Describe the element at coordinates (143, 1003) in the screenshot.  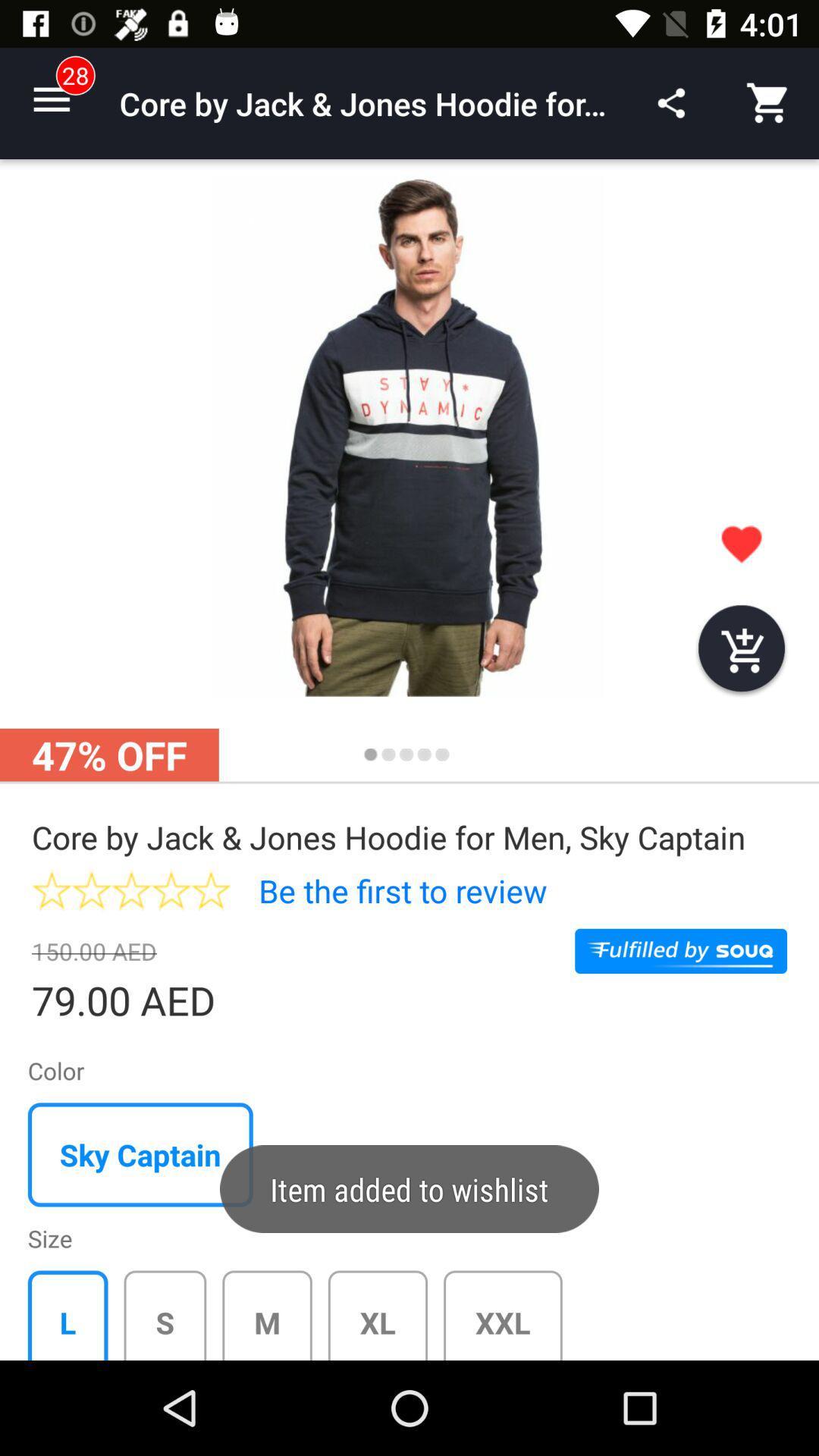
I see `the text above color` at that location.